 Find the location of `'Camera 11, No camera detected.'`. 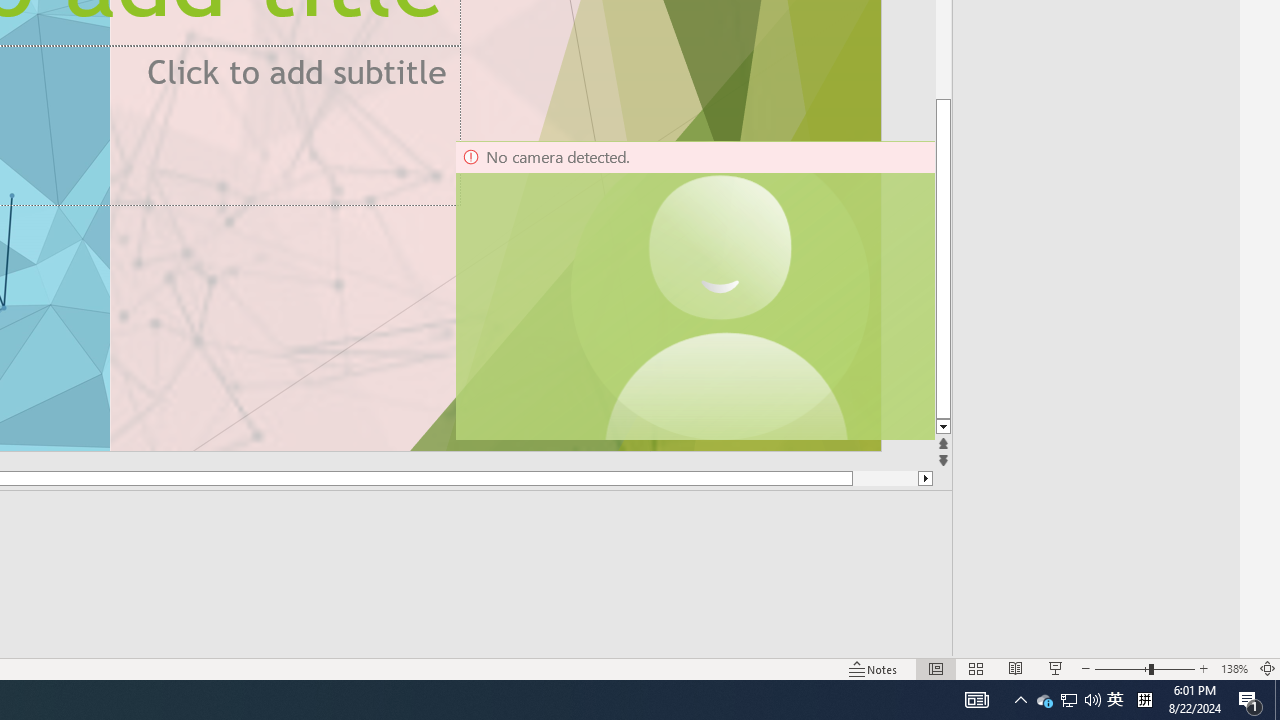

'Camera 11, No camera detected.' is located at coordinates (720, 290).